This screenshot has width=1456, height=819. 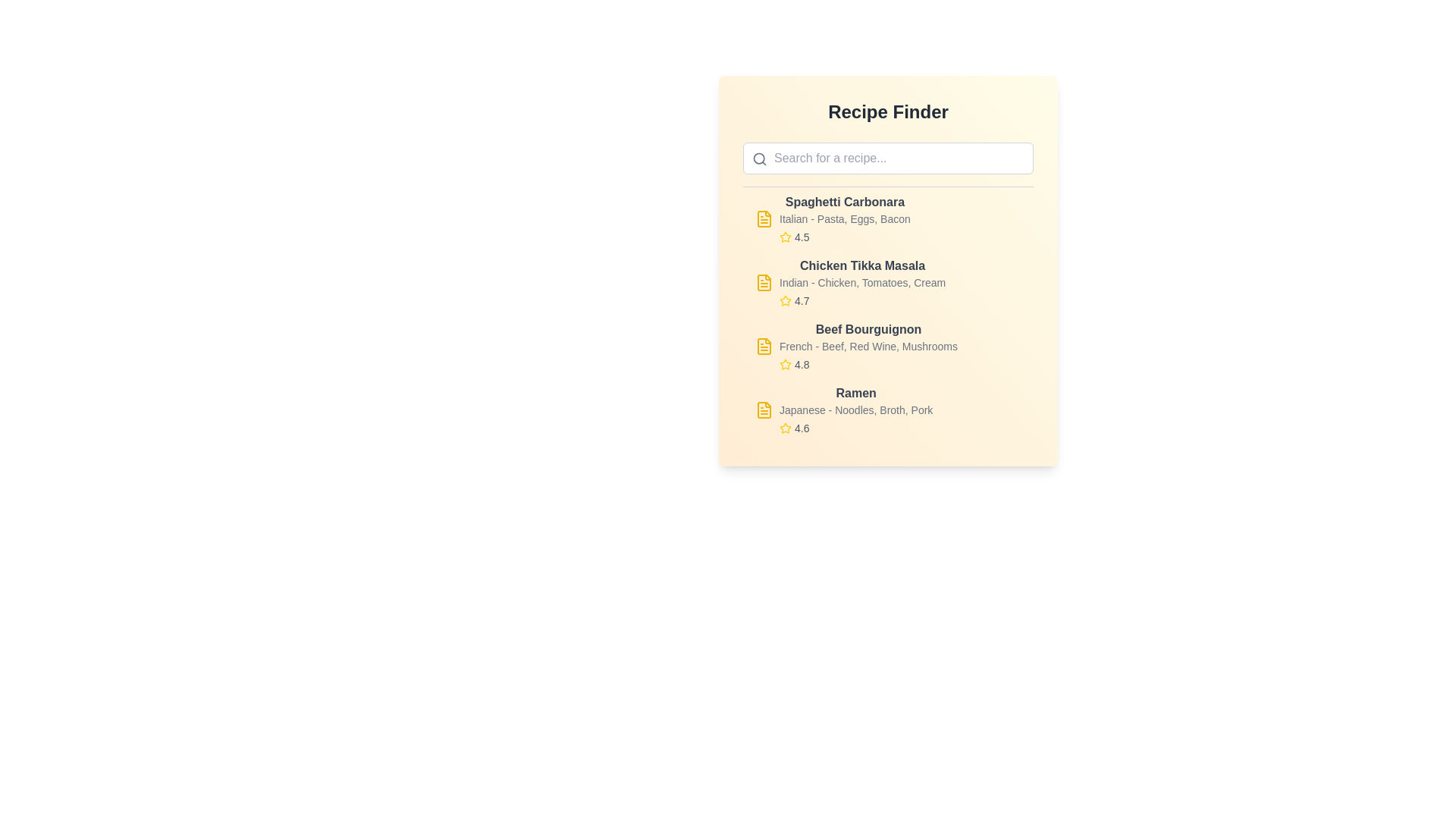 I want to click on the third list item displaying the 'Beef Bourguignon' recipe, which includes its name, cuisine type, main ingredients, and rating, so click(x=888, y=346).